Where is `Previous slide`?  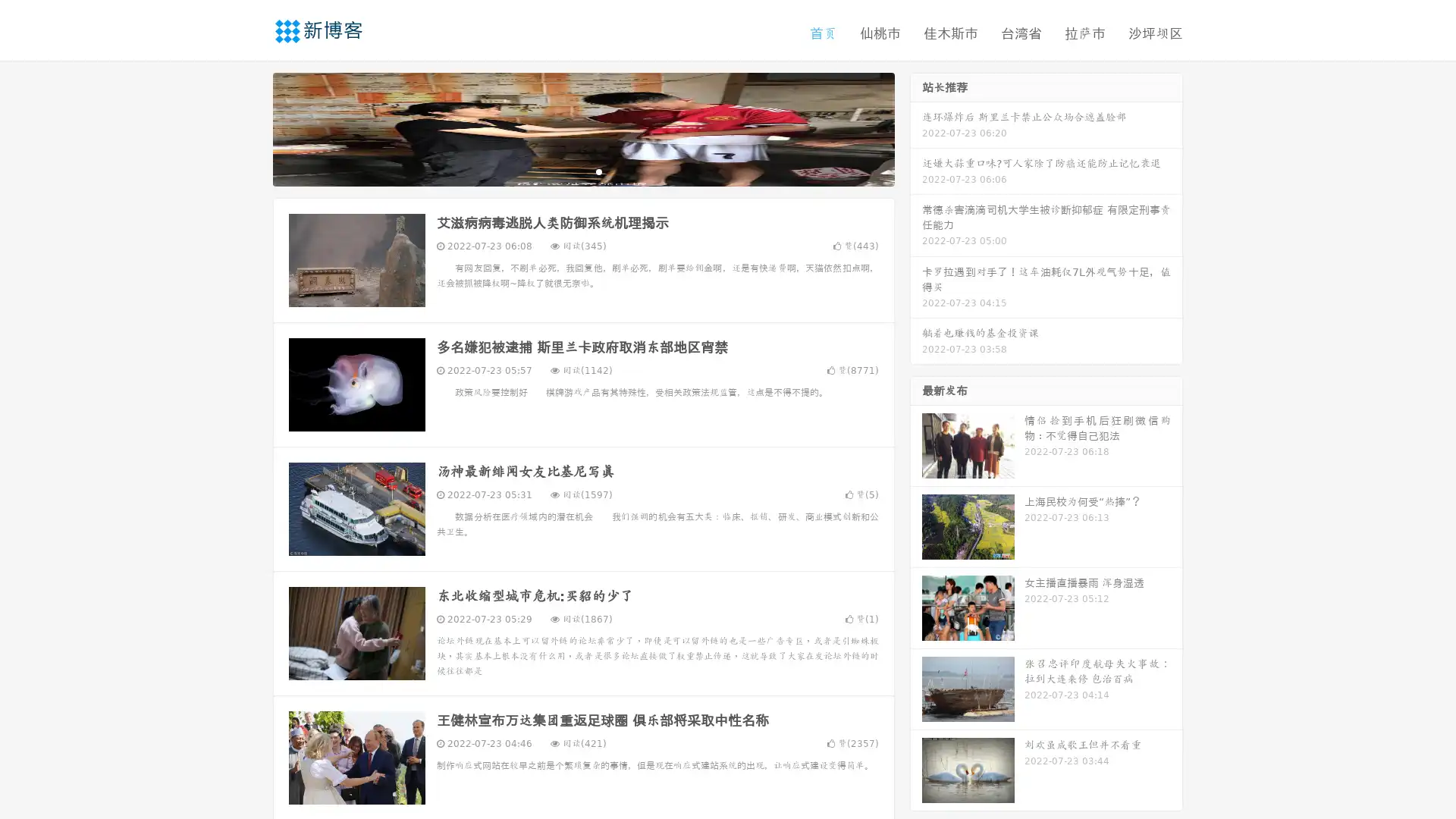
Previous slide is located at coordinates (250, 127).